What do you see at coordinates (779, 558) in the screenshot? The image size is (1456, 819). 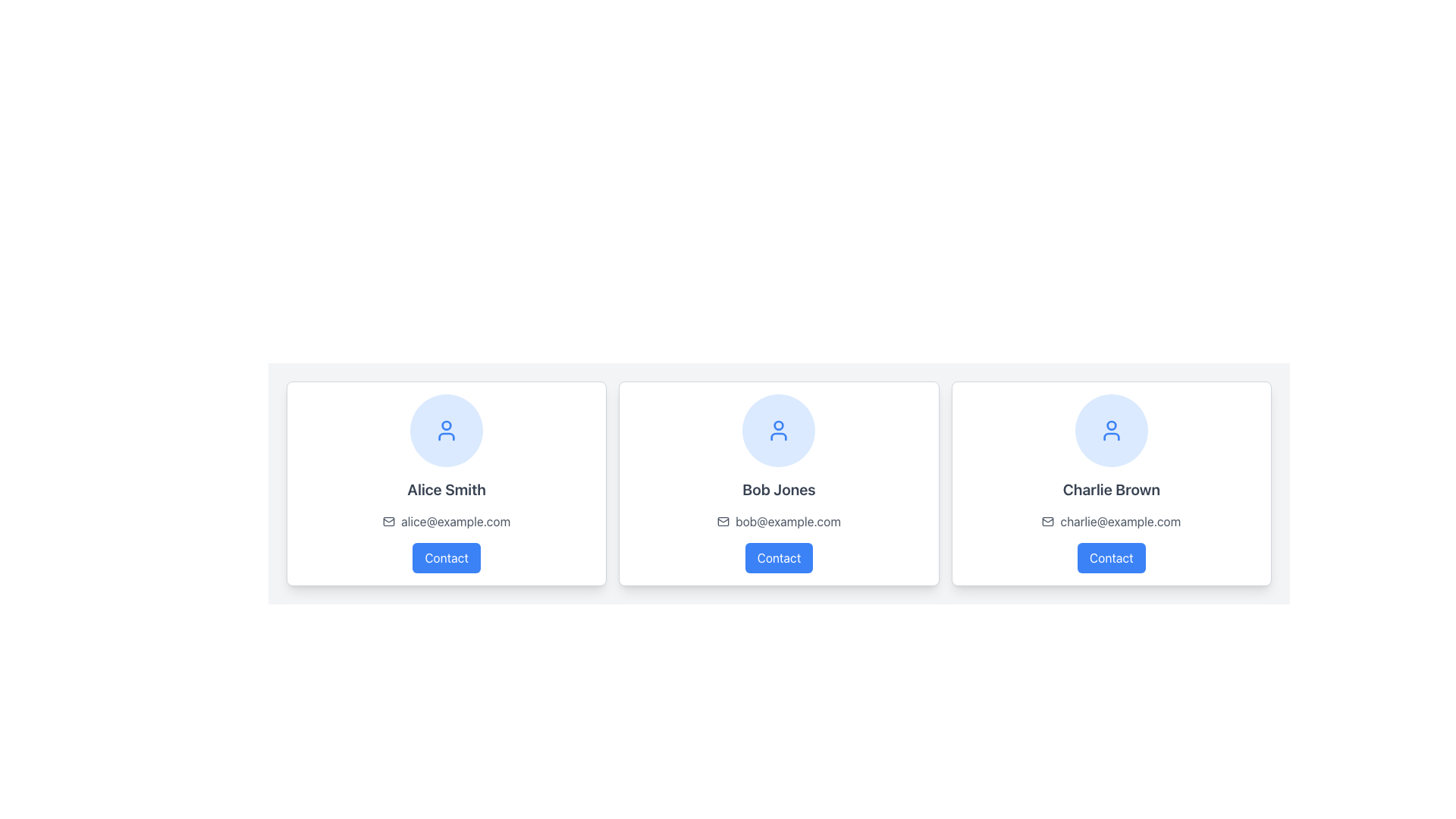 I see `the contact button located at the bottom center of the user card displaying information for 'Bob Jones' to change its color` at bounding box center [779, 558].